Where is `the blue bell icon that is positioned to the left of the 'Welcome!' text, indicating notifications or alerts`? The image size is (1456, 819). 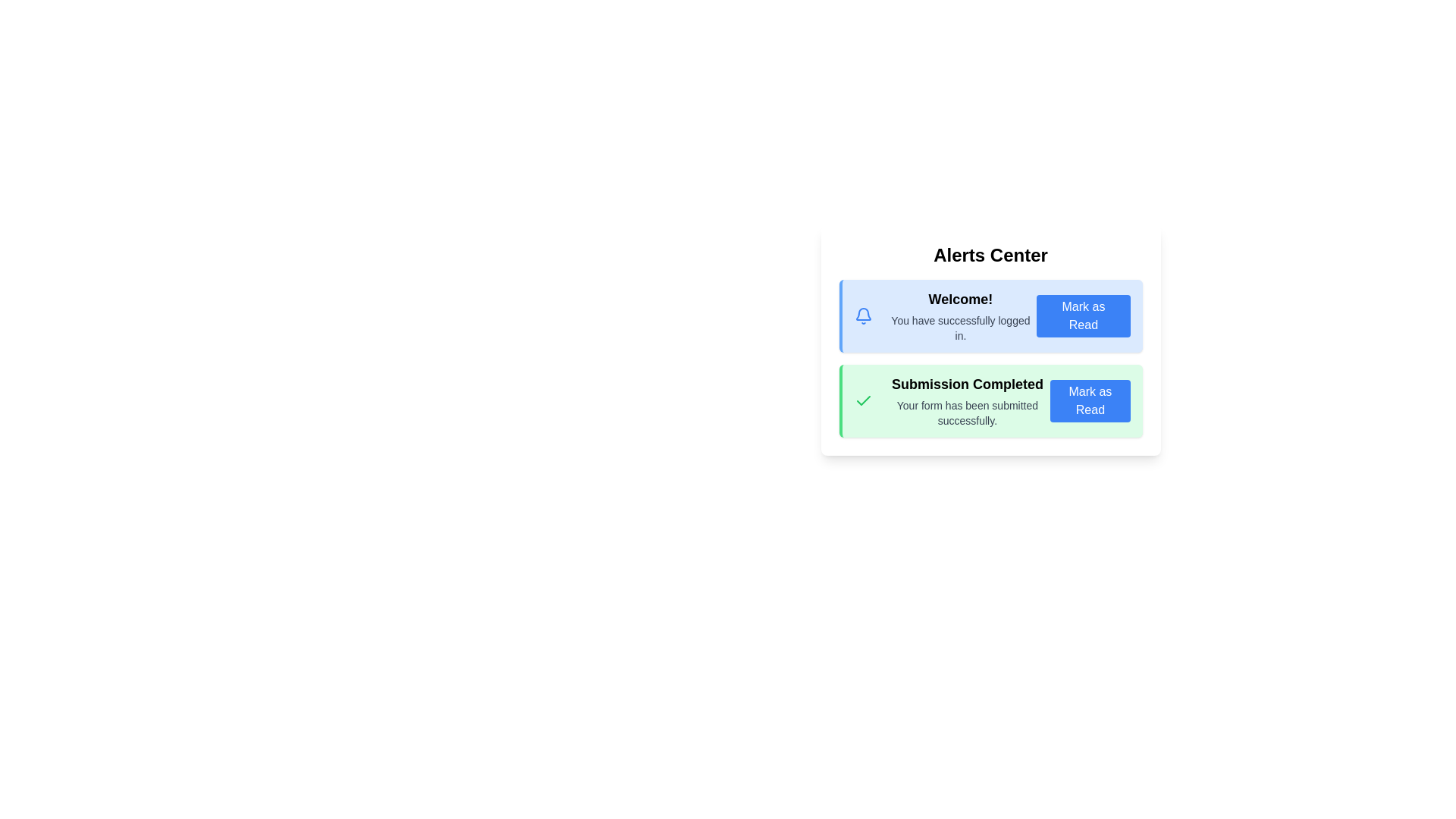 the blue bell icon that is positioned to the left of the 'Welcome!' text, indicating notifications or alerts is located at coordinates (863, 315).